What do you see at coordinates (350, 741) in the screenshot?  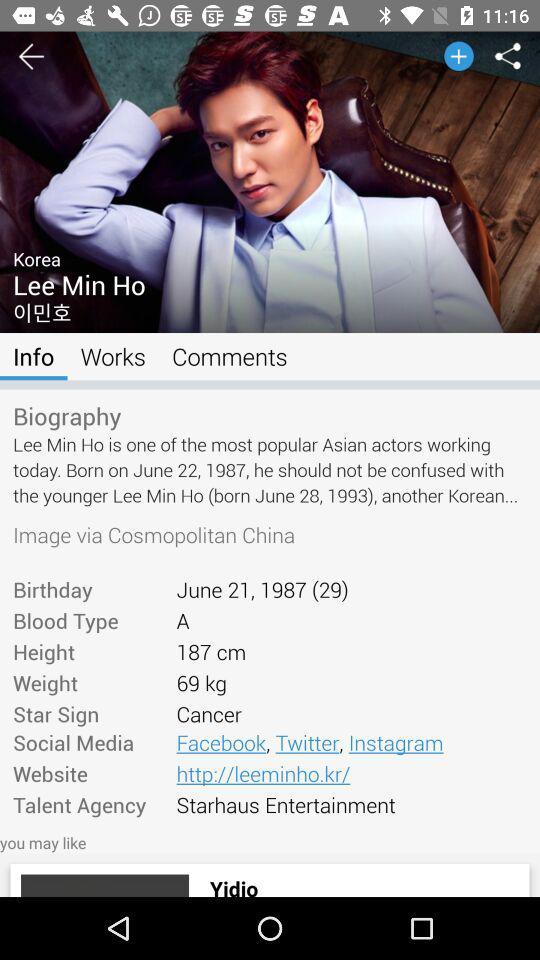 I see `icon to the right of star sign icon` at bounding box center [350, 741].